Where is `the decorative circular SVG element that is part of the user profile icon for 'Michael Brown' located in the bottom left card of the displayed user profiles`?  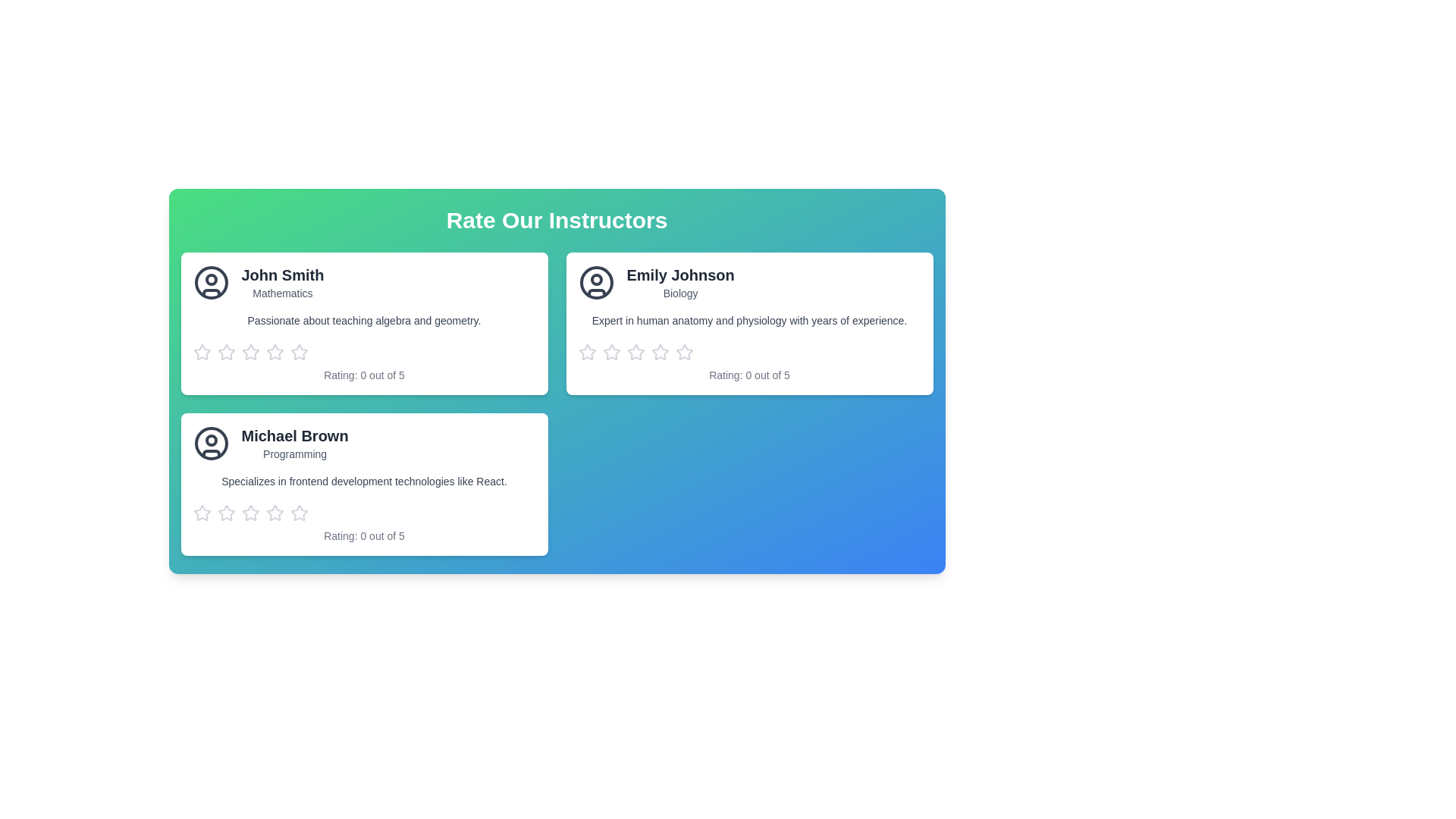
the decorative circular SVG element that is part of the user profile icon for 'Michael Brown' located in the bottom left card of the displayed user profiles is located at coordinates (210, 441).